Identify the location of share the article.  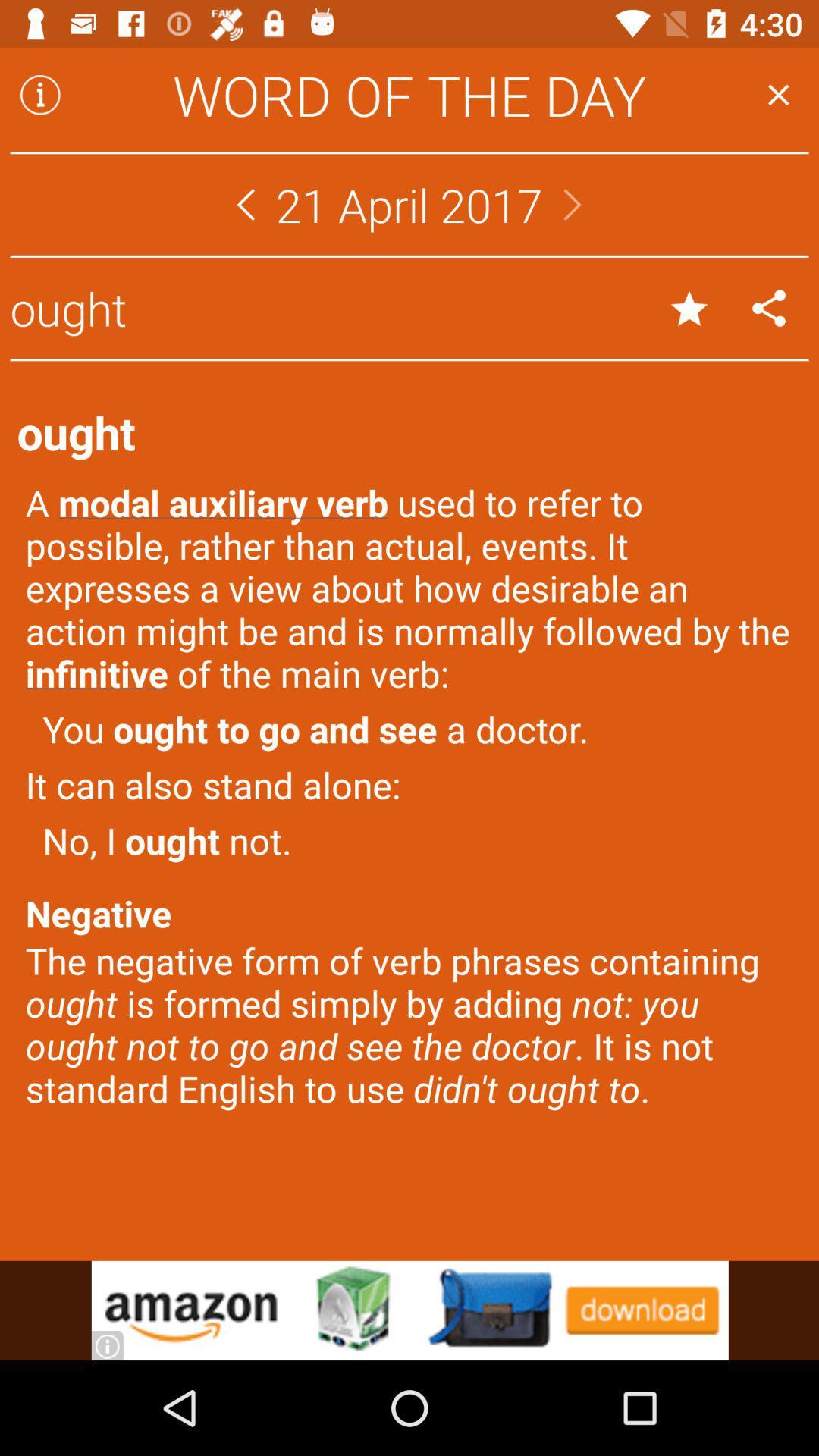
(769, 307).